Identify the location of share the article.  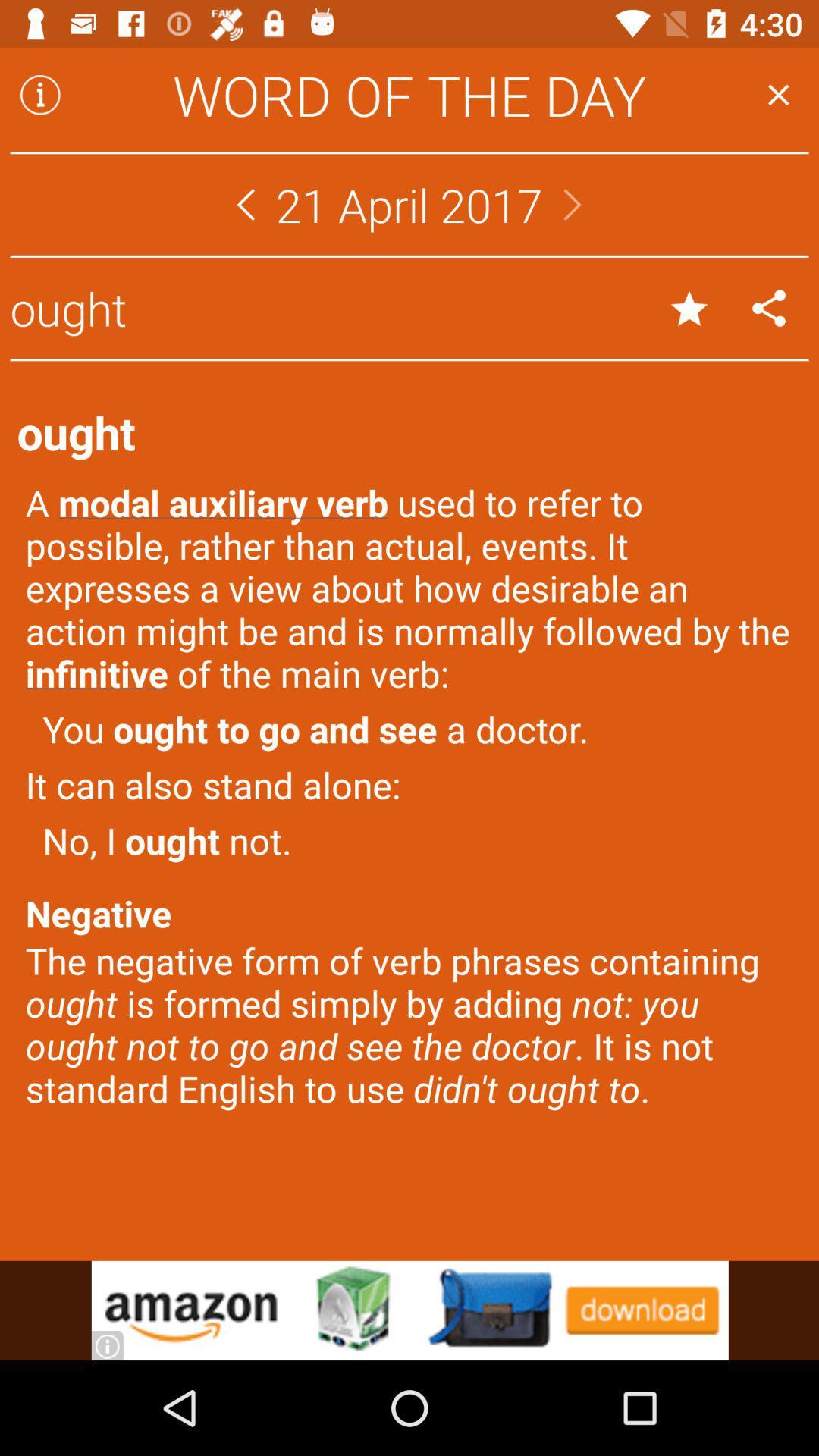
(769, 307).